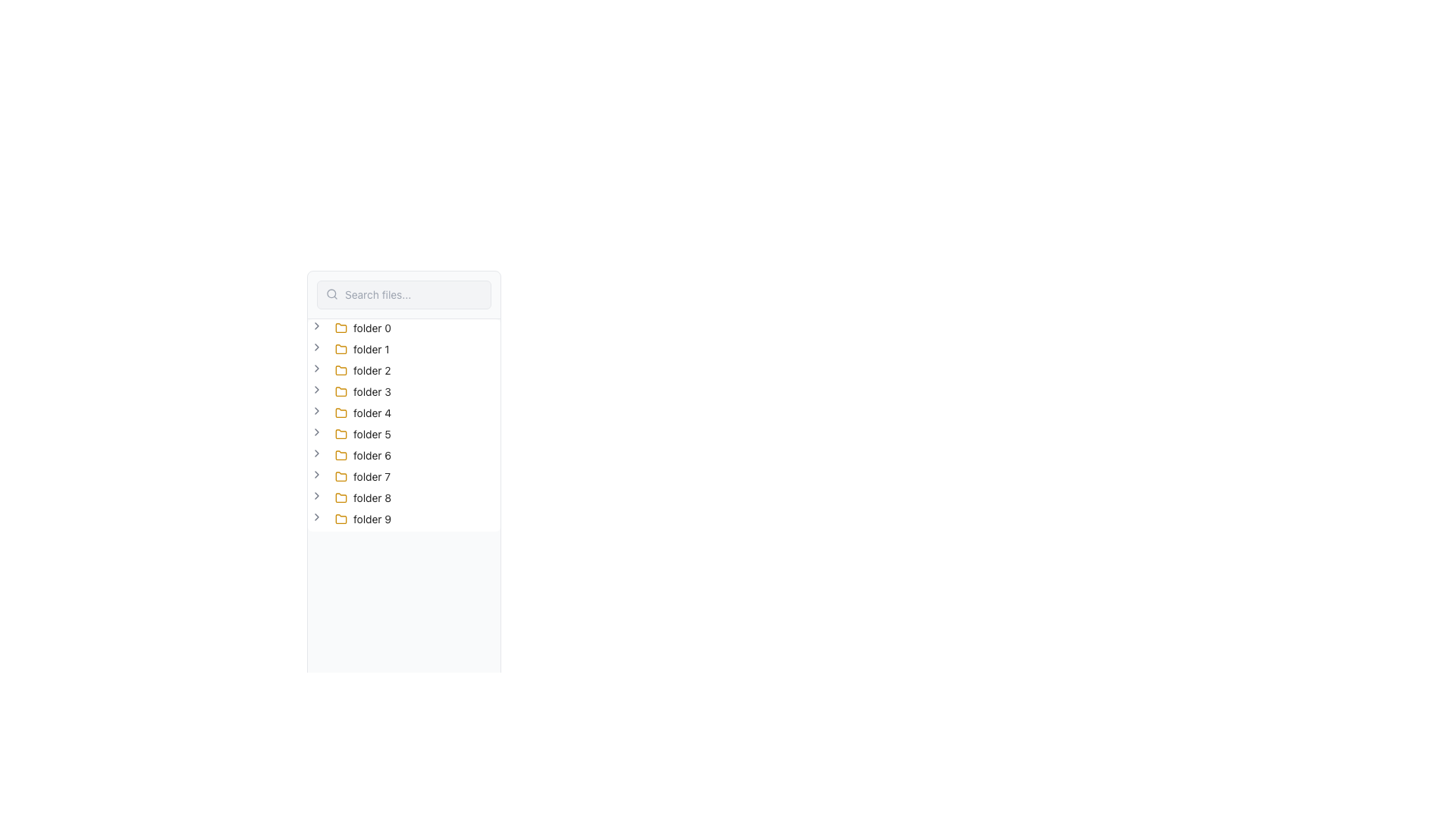 This screenshot has width=1456, height=819. What do you see at coordinates (340, 497) in the screenshot?
I see `the 'folder 8' icon` at bounding box center [340, 497].